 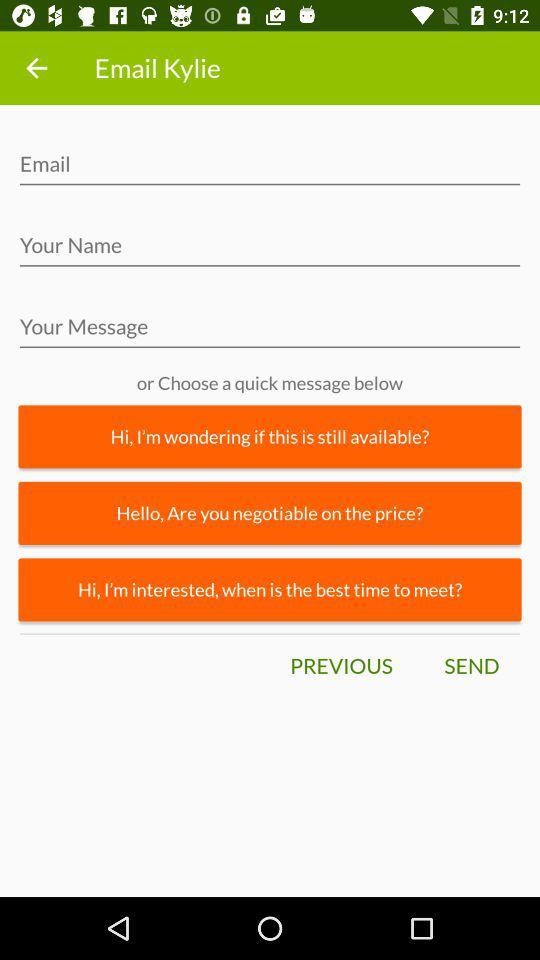 What do you see at coordinates (471, 666) in the screenshot?
I see `send` at bounding box center [471, 666].